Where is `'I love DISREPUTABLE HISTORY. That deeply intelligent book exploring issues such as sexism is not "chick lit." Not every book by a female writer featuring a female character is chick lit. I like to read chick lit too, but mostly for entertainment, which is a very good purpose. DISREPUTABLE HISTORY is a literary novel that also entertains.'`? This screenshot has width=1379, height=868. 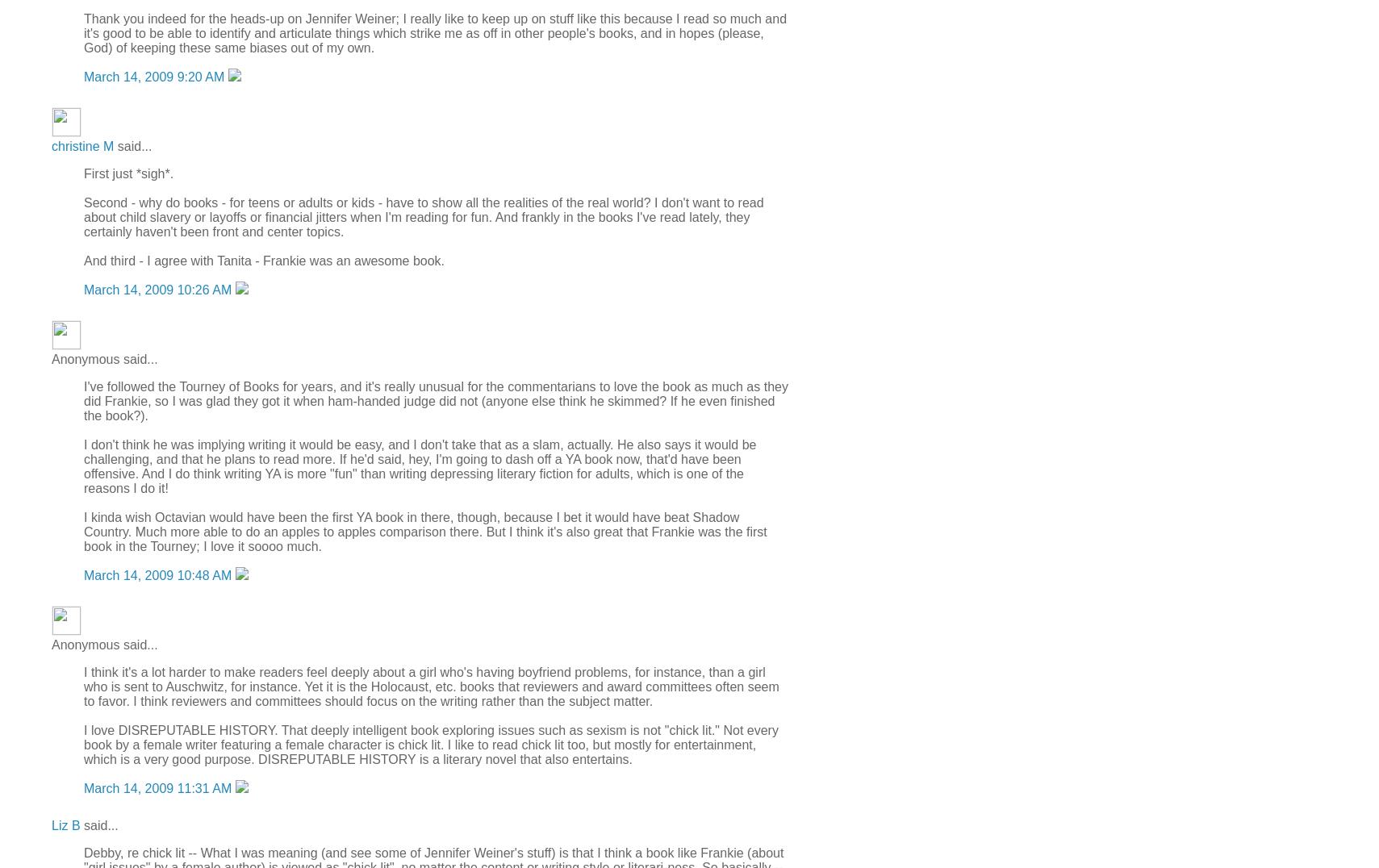
'I love DISREPUTABLE HISTORY. That deeply intelligent book exploring issues such as sexism is not "chick lit." Not every book by a female writer featuring a female character is chick lit. I like to read chick lit too, but mostly for entertainment, which is a very good purpose. DISREPUTABLE HISTORY is a literary novel that also entertains.' is located at coordinates (430, 744).